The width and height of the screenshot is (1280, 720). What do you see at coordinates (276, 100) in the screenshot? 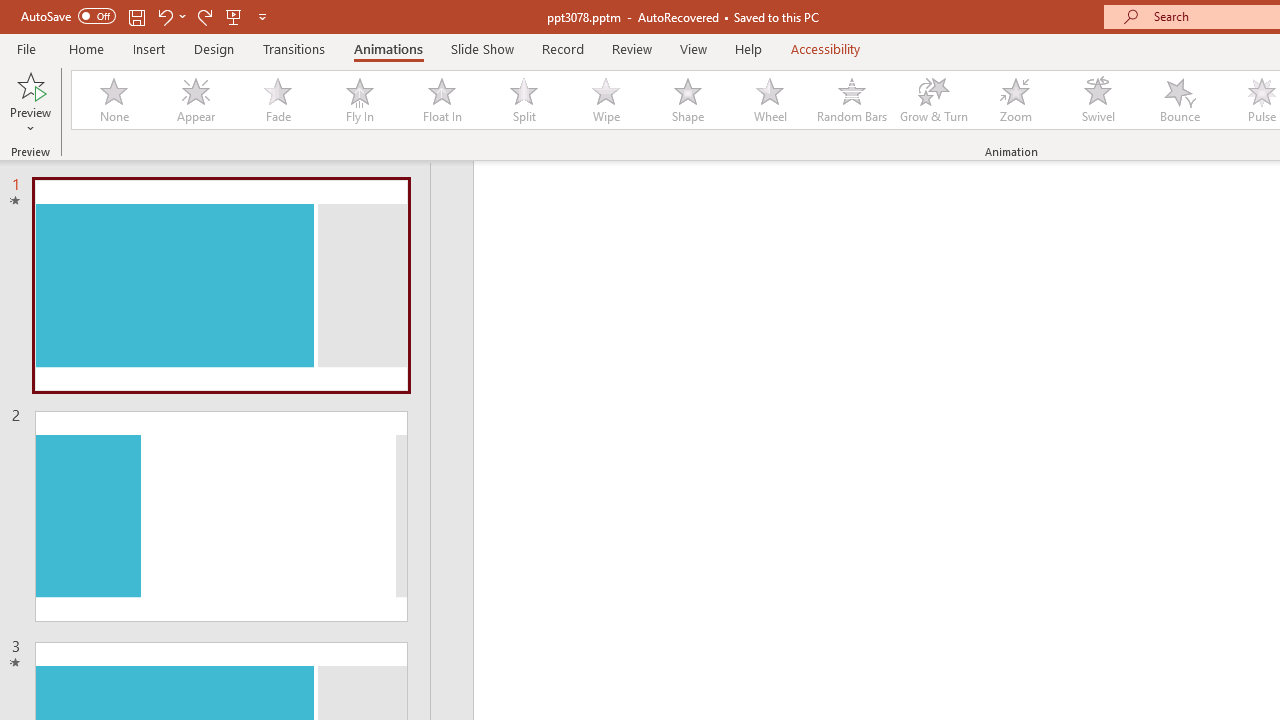
I see `'Fade'` at bounding box center [276, 100].